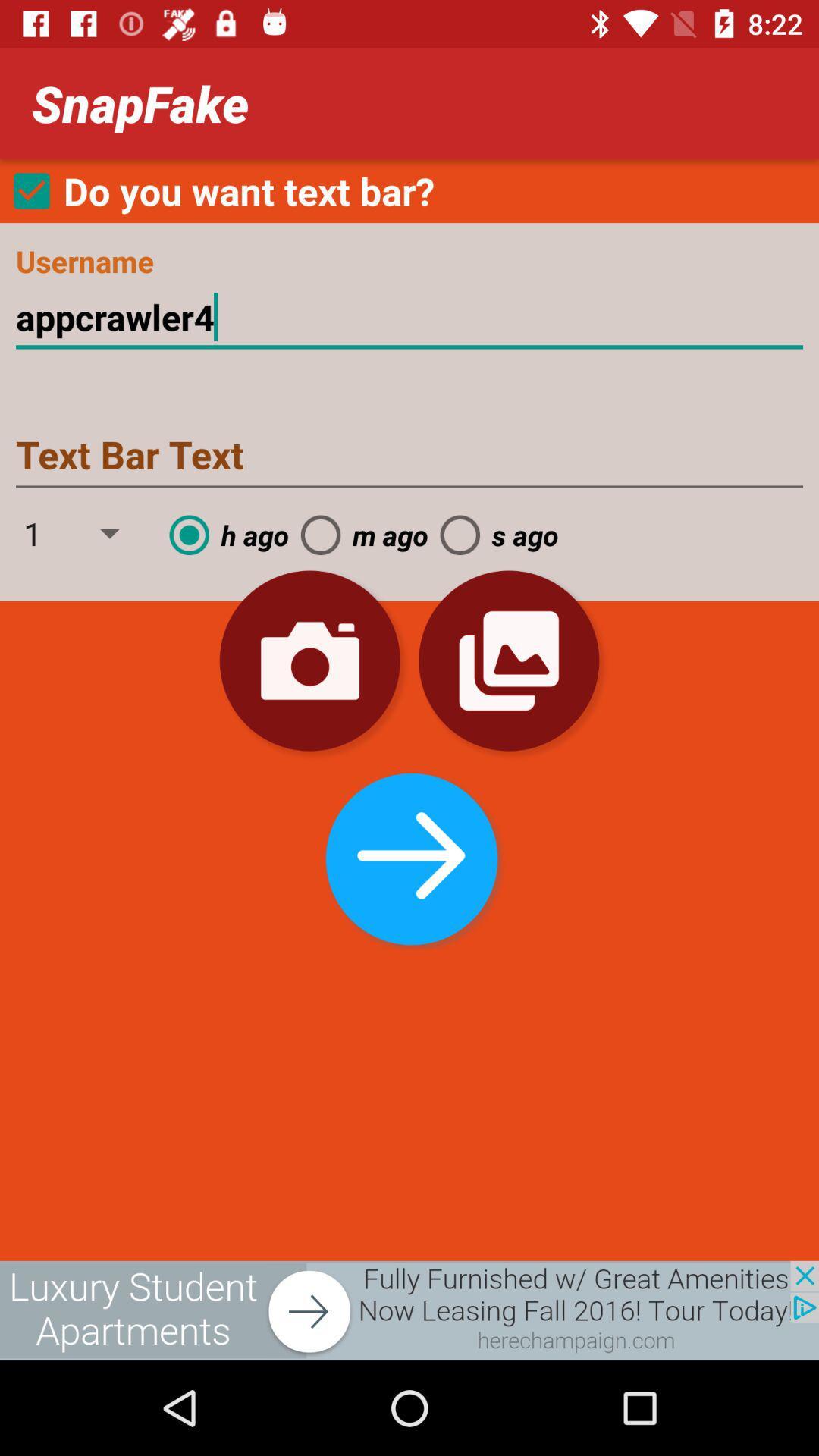  Describe the element at coordinates (509, 661) in the screenshot. I see `copy` at that location.